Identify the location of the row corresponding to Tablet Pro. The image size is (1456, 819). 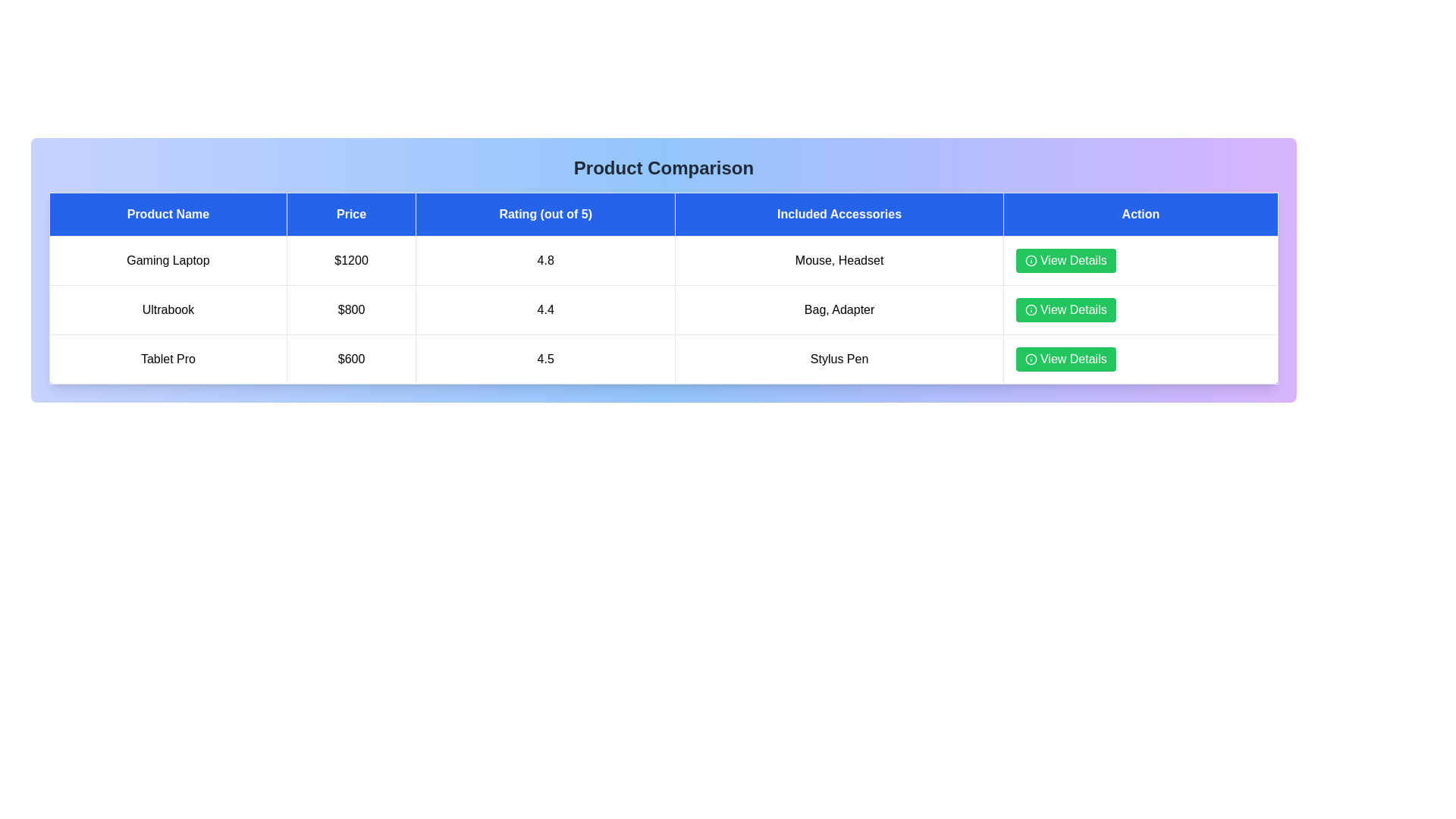
(664, 359).